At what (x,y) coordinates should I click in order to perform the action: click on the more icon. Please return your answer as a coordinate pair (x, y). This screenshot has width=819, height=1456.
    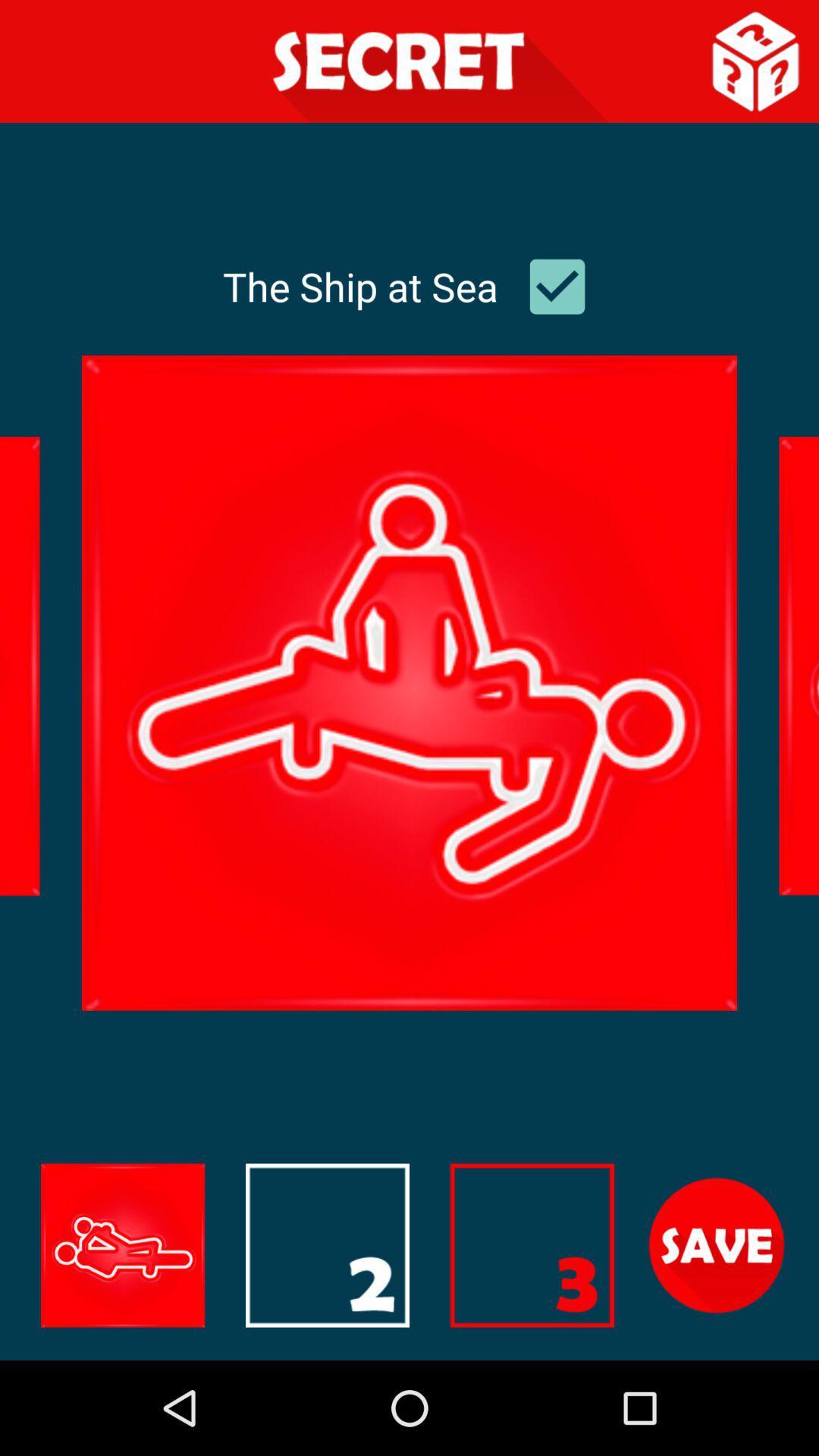
    Looking at the image, I should click on (532, 1332).